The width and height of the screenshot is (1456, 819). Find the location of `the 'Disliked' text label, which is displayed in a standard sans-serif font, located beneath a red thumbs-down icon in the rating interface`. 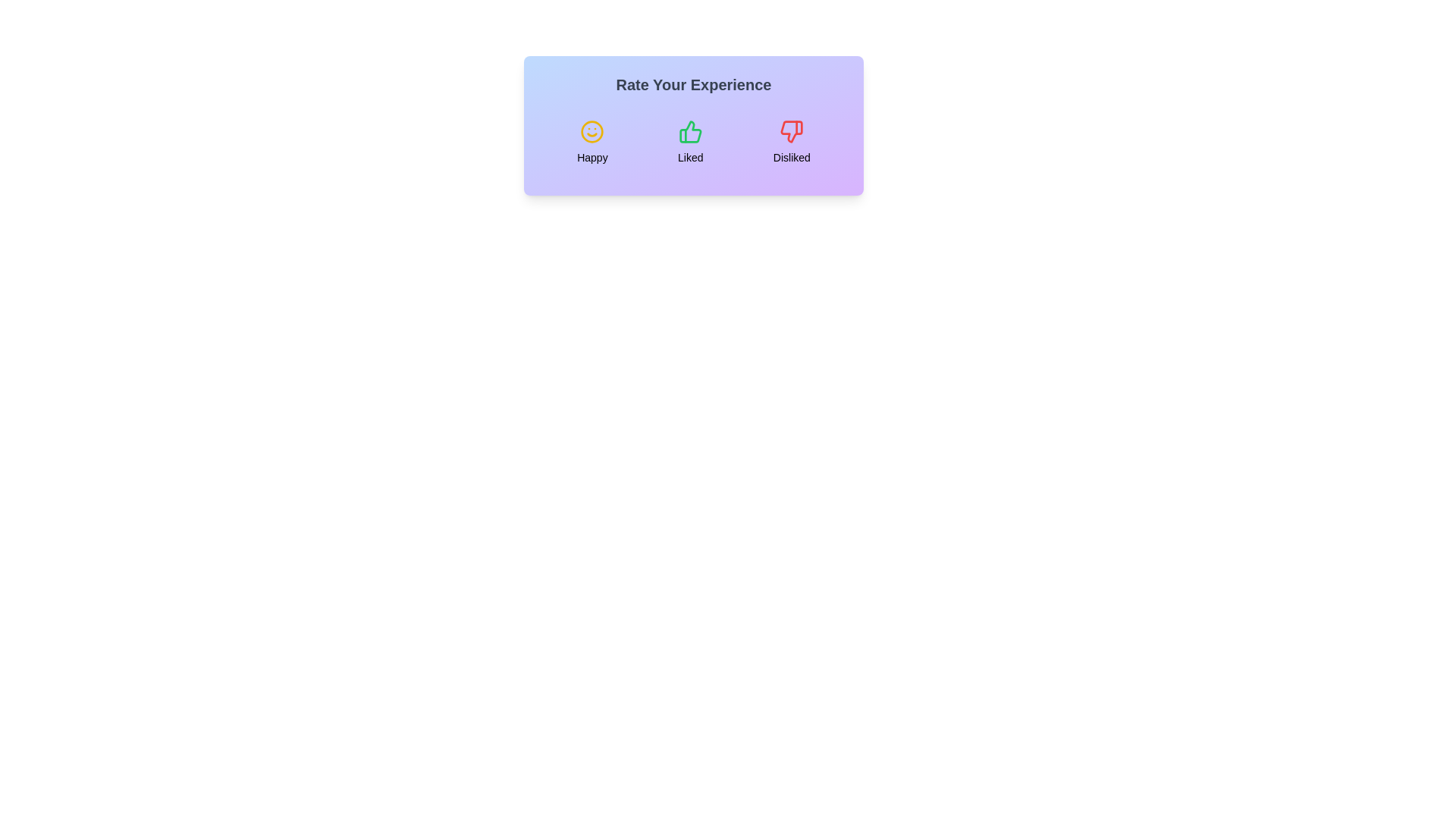

the 'Disliked' text label, which is displayed in a standard sans-serif font, located beneath a red thumbs-down icon in the rating interface is located at coordinates (791, 158).